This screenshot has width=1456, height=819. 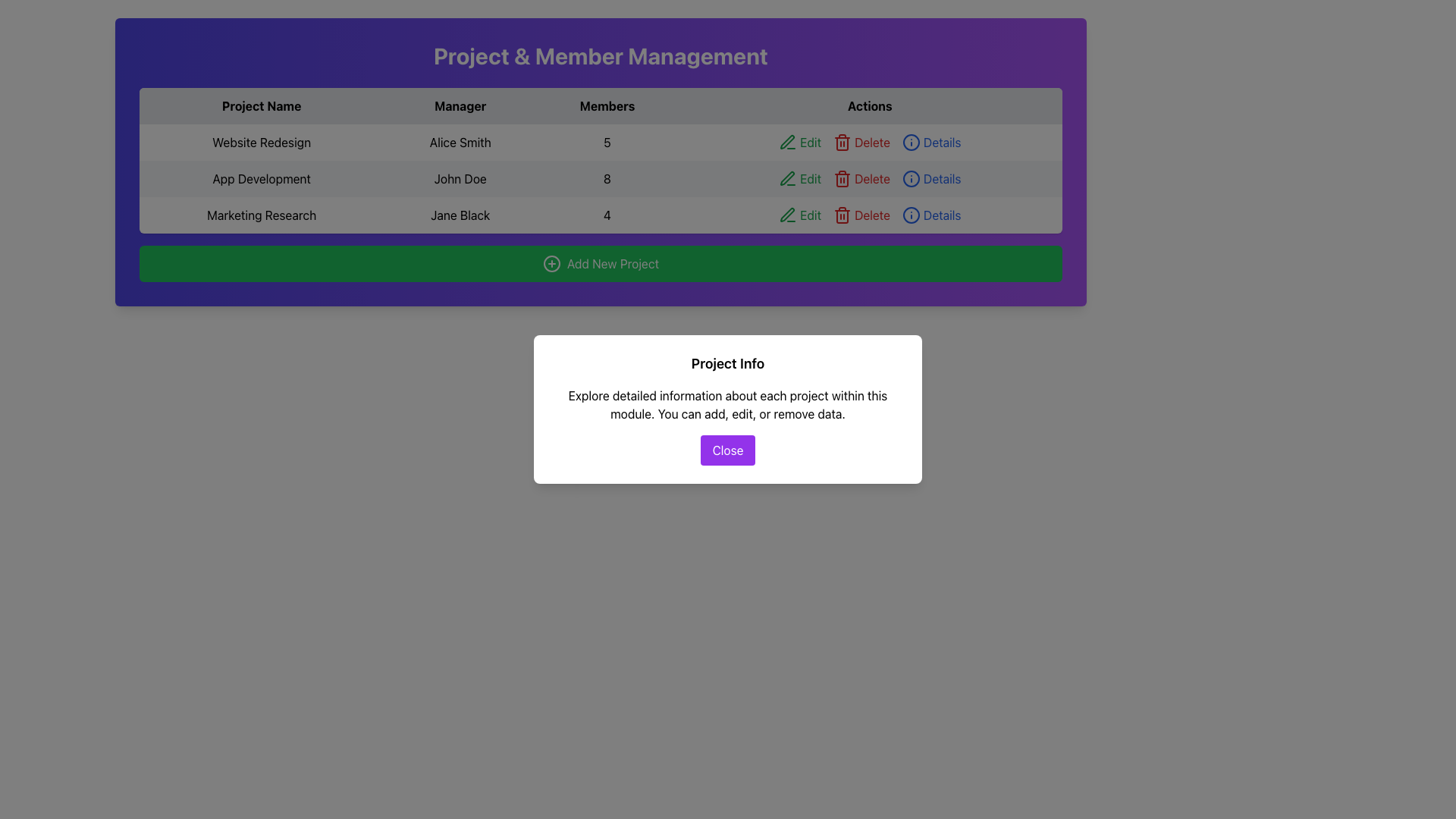 What do you see at coordinates (861, 215) in the screenshot?
I see `the red 'Delete' button, which is located in the 'Actions' column of the 'Project Management' table, to initiate deletion` at bounding box center [861, 215].